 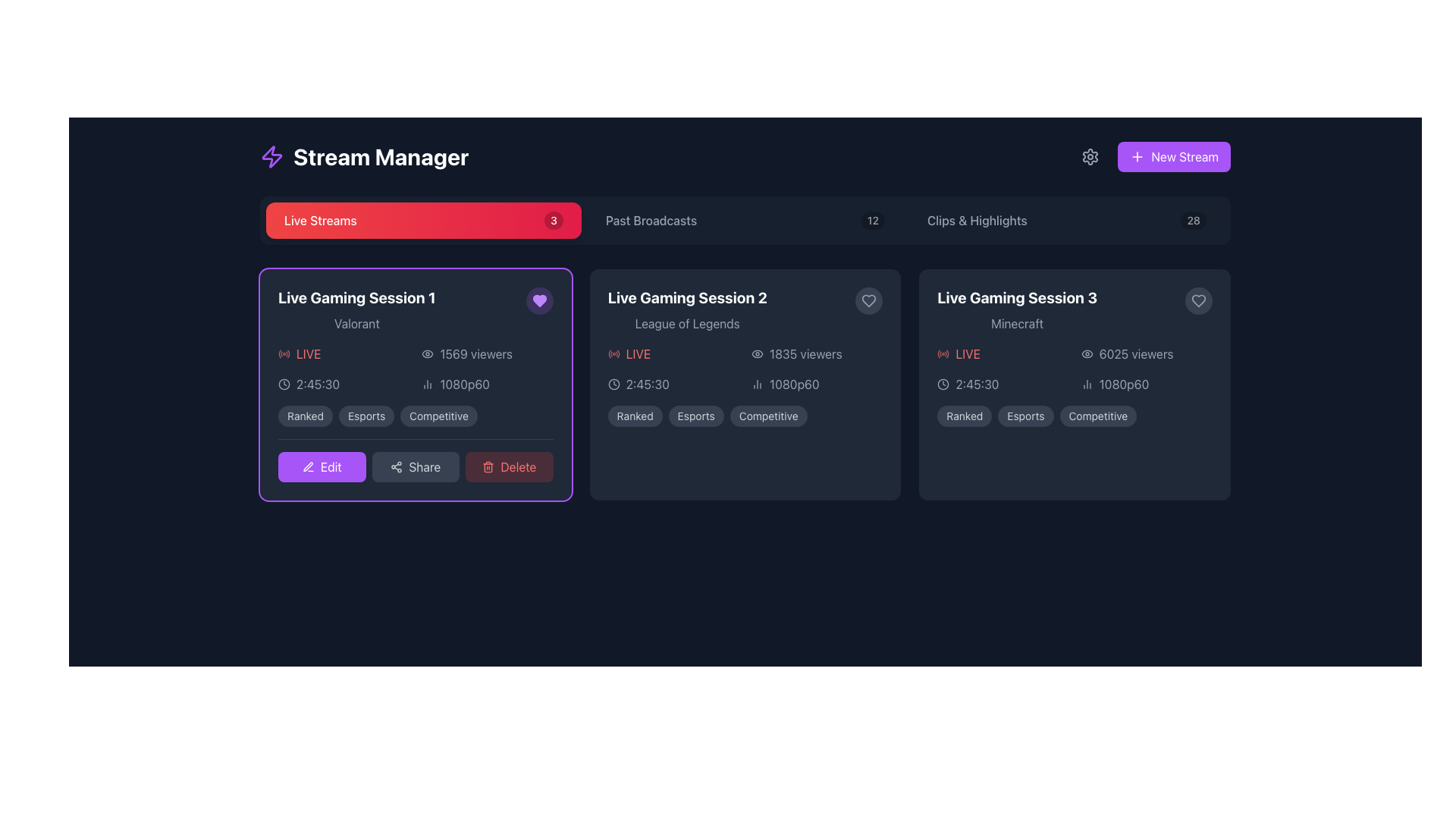 I want to click on the share icon located within the 'Share' button of the 'Live Gaming Session 1' panel, which is positioned in the bottom row of controls, so click(x=397, y=466).